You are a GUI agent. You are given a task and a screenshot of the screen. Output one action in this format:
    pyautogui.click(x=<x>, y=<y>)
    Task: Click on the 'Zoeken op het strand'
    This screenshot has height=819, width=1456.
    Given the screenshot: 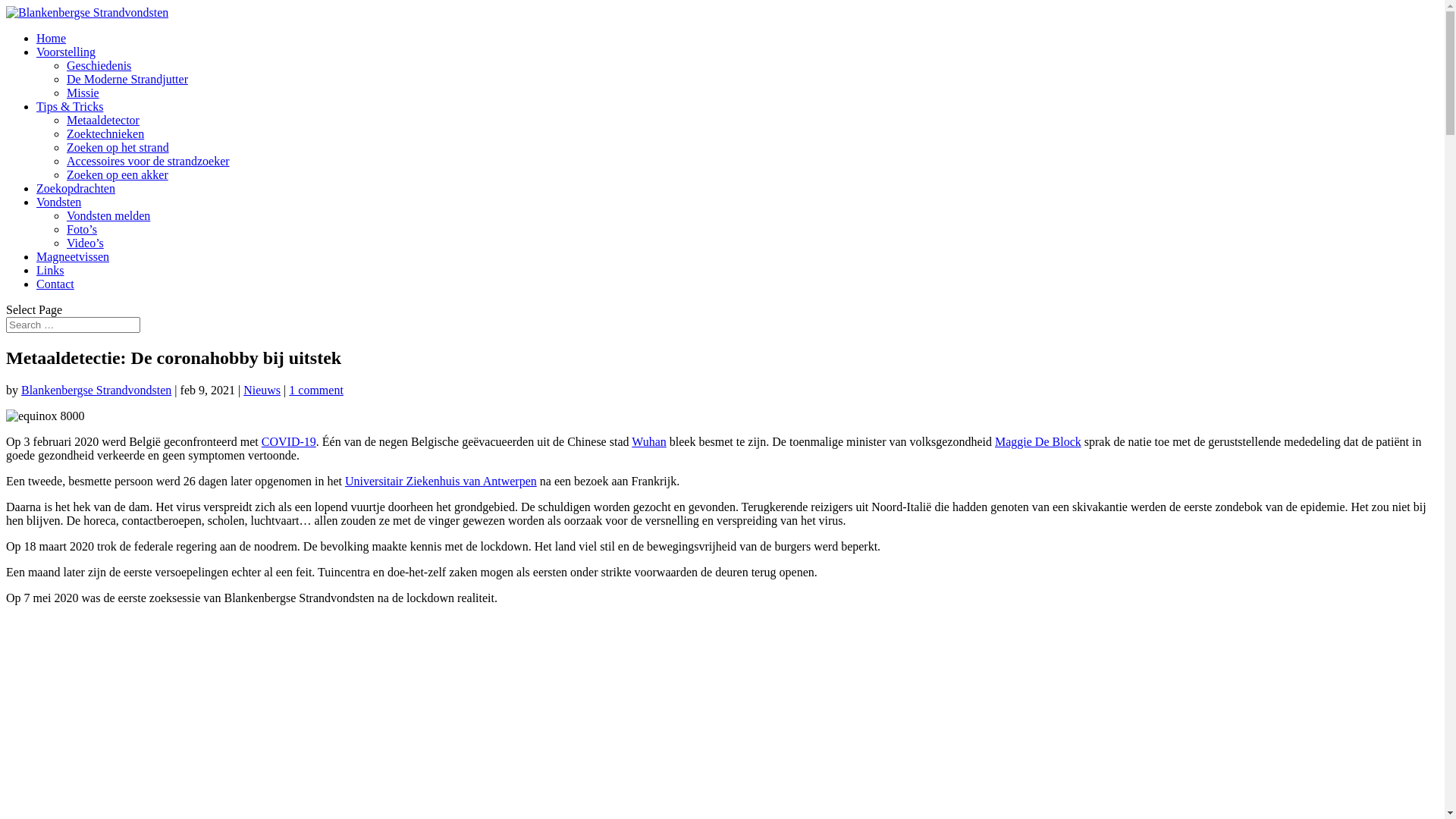 What is the action you would take?
    pyautogui.click(x=117, y=147)
    